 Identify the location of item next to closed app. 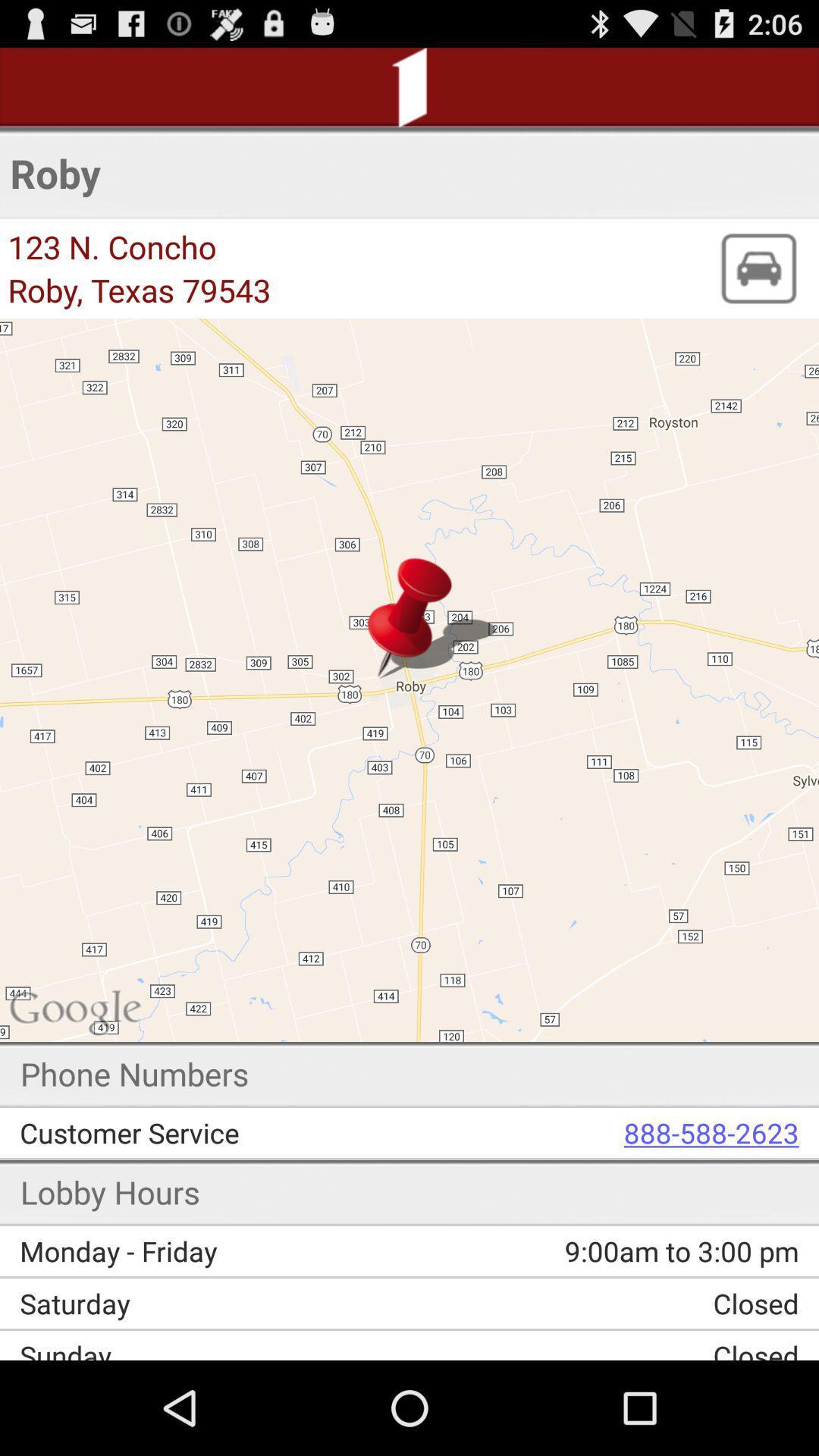
(216, 1348).